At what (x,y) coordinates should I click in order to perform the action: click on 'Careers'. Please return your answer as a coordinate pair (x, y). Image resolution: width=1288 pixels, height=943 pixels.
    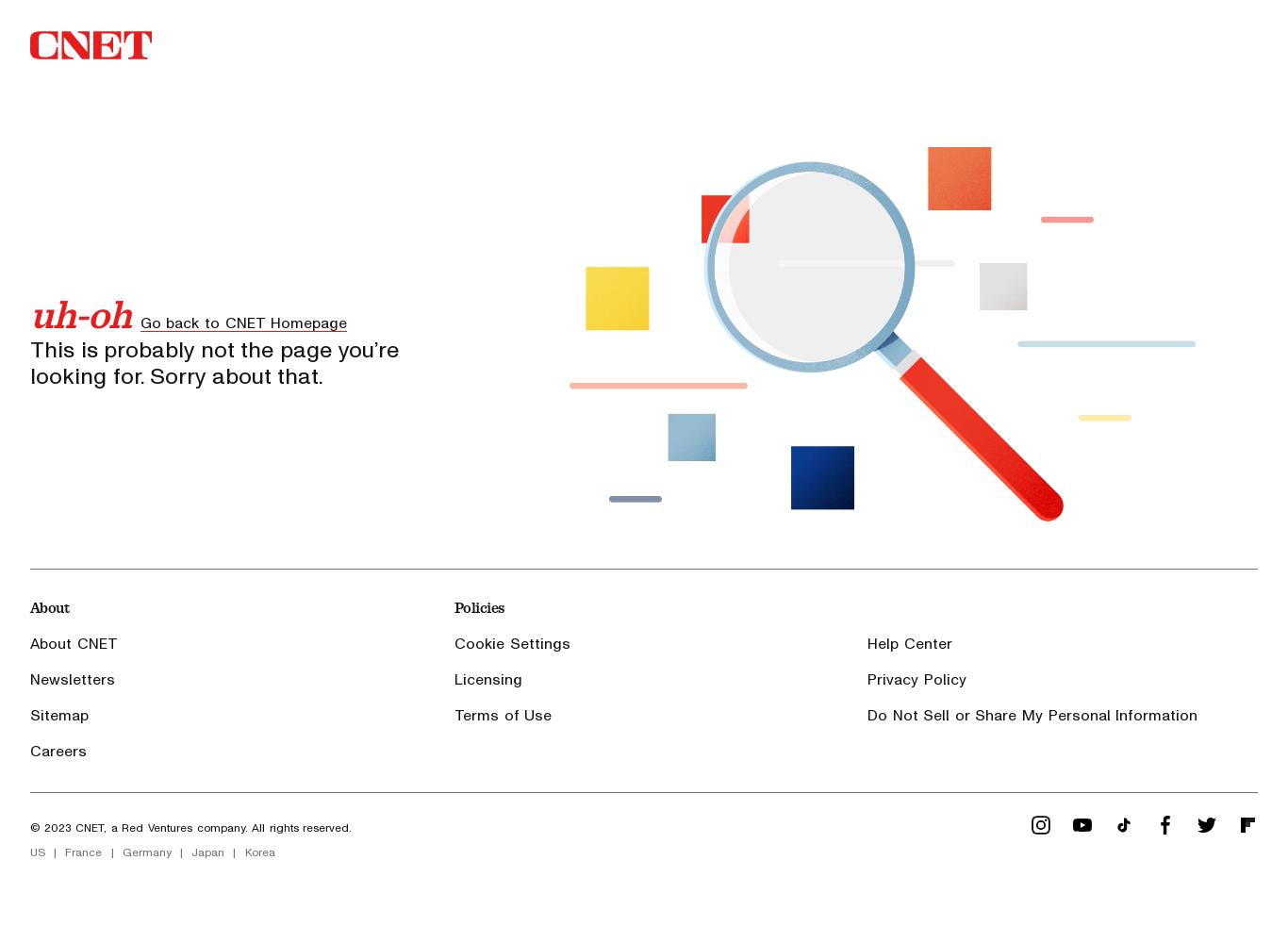
    Looking at the image, I should click on (58, 751).